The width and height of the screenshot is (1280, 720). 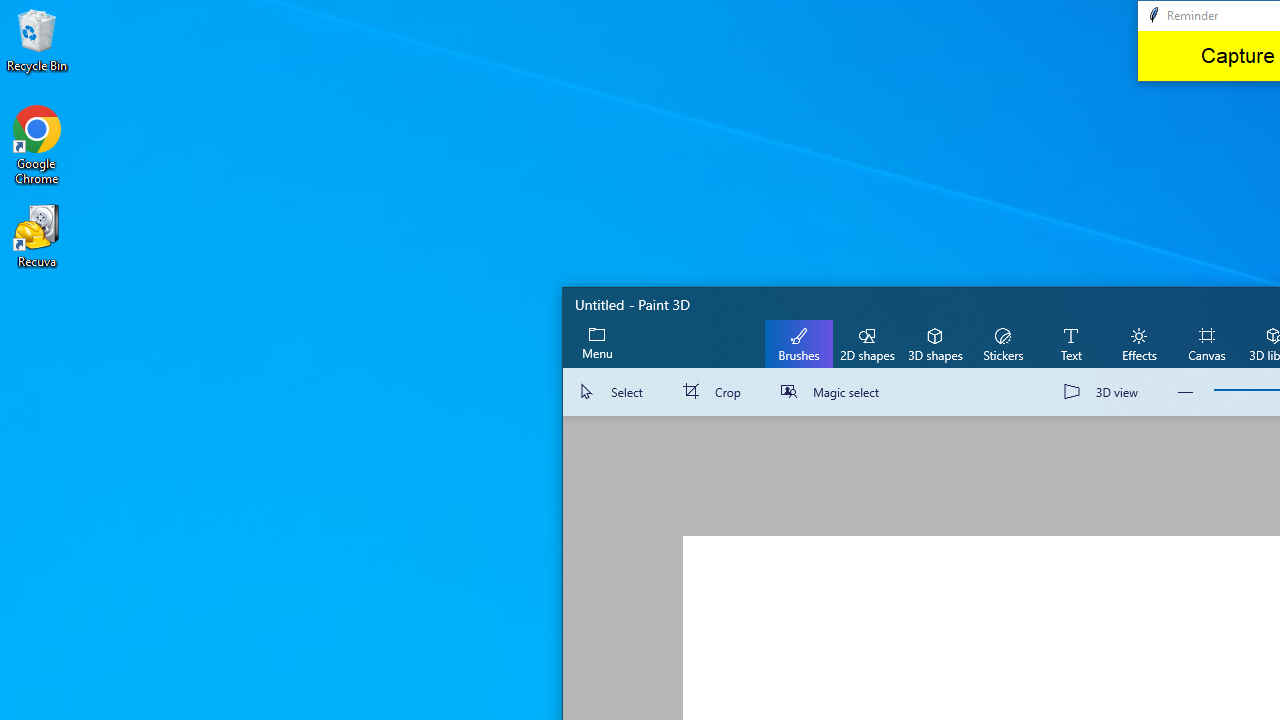 What do you see at coordinates (1104, 392) in the screenshot?
I see `'3D view'` at bounding box center [1104, 392].